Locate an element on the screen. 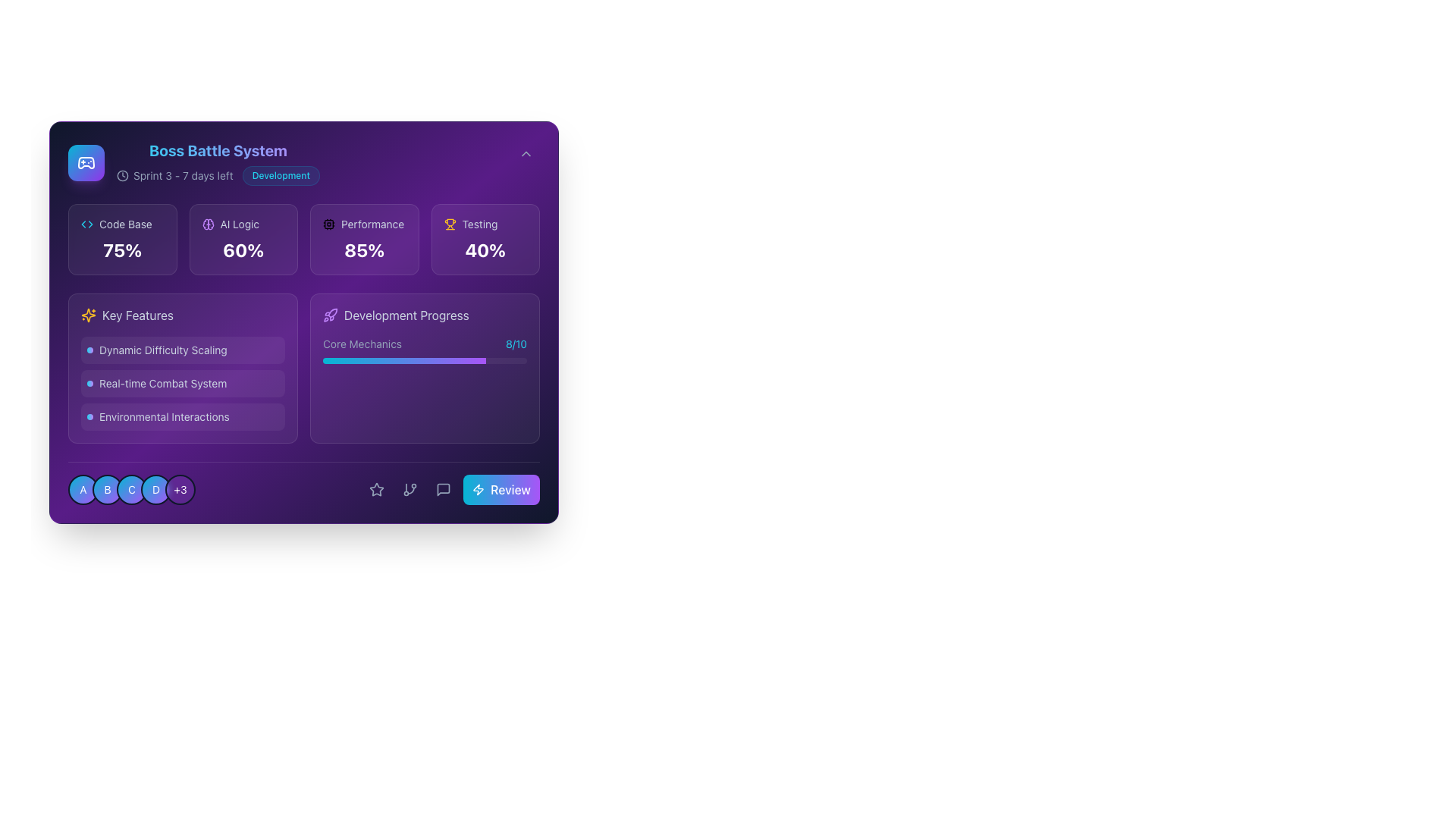 The image size is (1456, 819). the header of the composite informational element that summarizes a project or task is located at coordinates (218, 163).